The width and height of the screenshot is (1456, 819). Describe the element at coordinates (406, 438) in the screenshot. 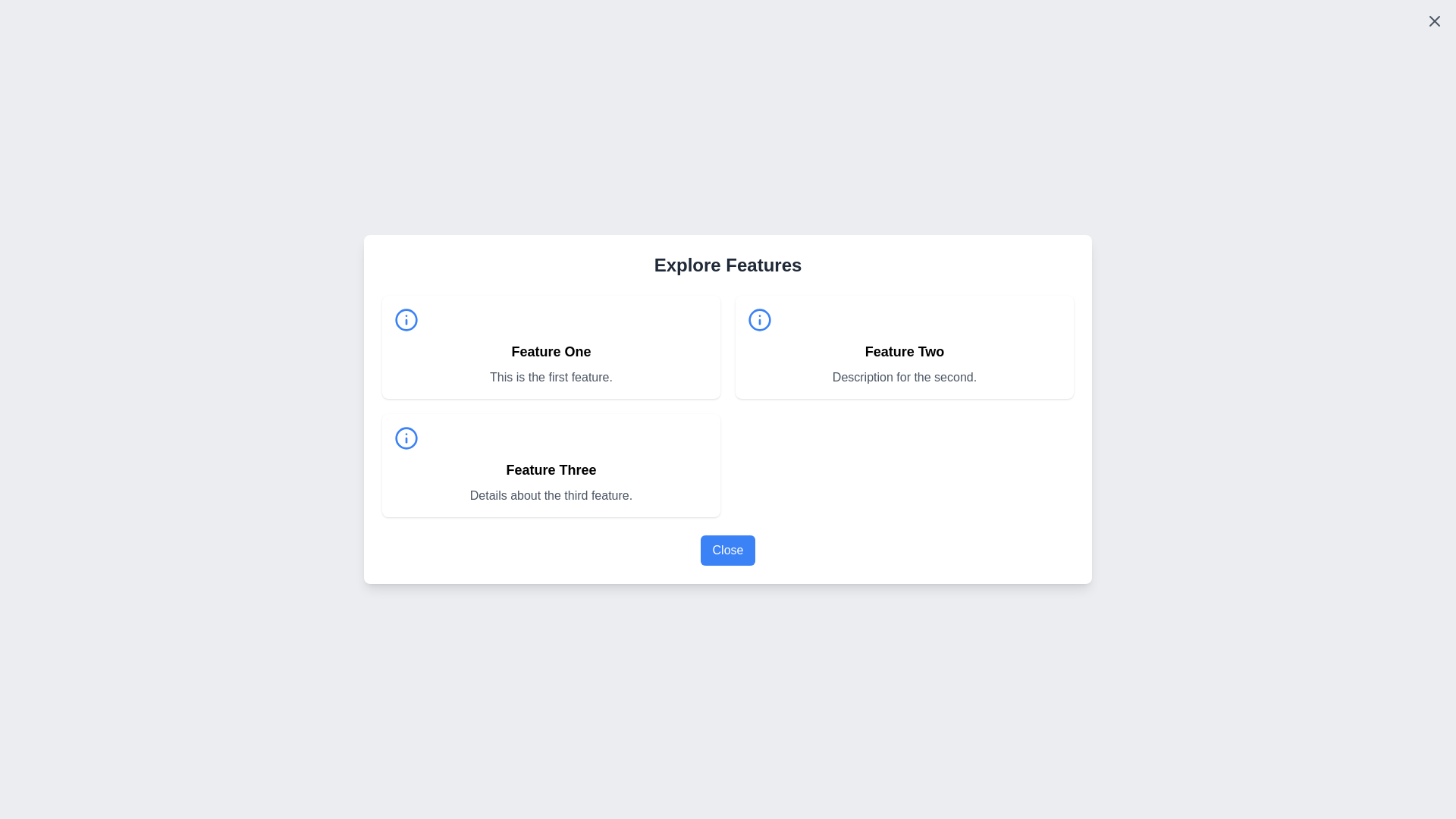

I see `the primary circular component of the icon located in the bottom-left card of the grid layout, below the 'Feature One' and 'Feature Two' cards` at that location.